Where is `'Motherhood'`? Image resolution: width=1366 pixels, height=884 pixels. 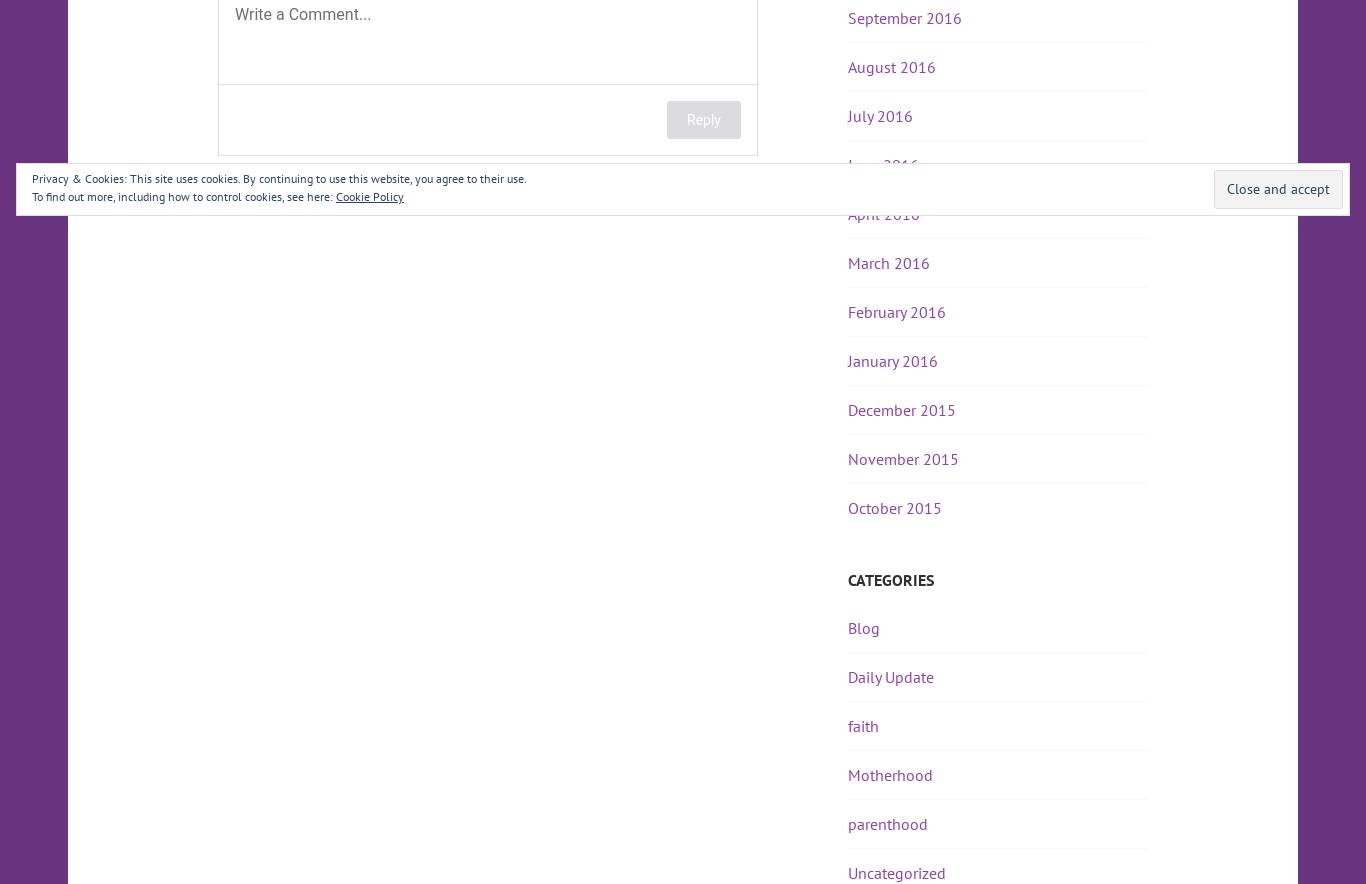
'Motherhood' is located at coordinates (847, 774).